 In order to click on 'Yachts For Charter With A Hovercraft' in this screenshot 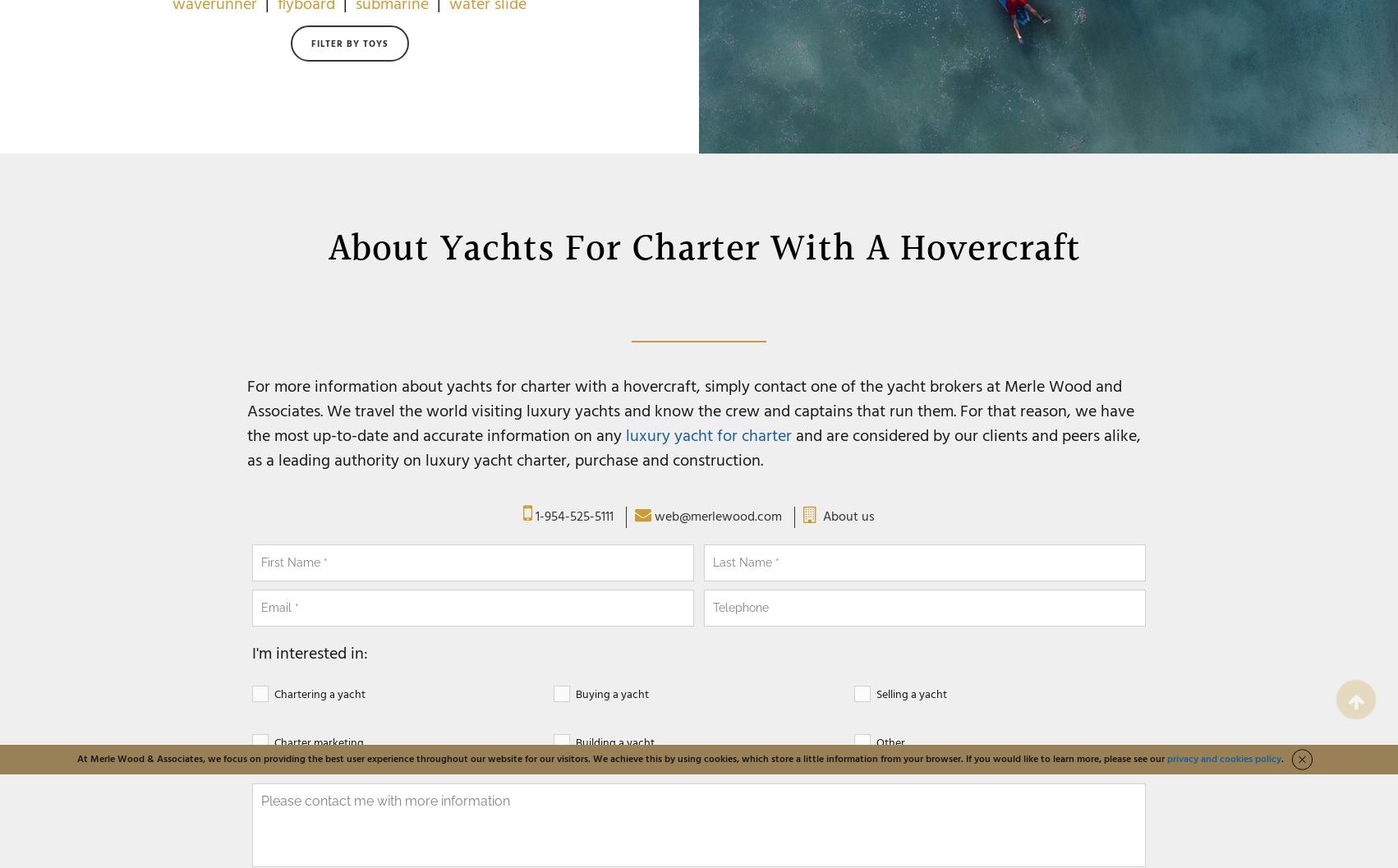, I will do `click(760, 249)`.